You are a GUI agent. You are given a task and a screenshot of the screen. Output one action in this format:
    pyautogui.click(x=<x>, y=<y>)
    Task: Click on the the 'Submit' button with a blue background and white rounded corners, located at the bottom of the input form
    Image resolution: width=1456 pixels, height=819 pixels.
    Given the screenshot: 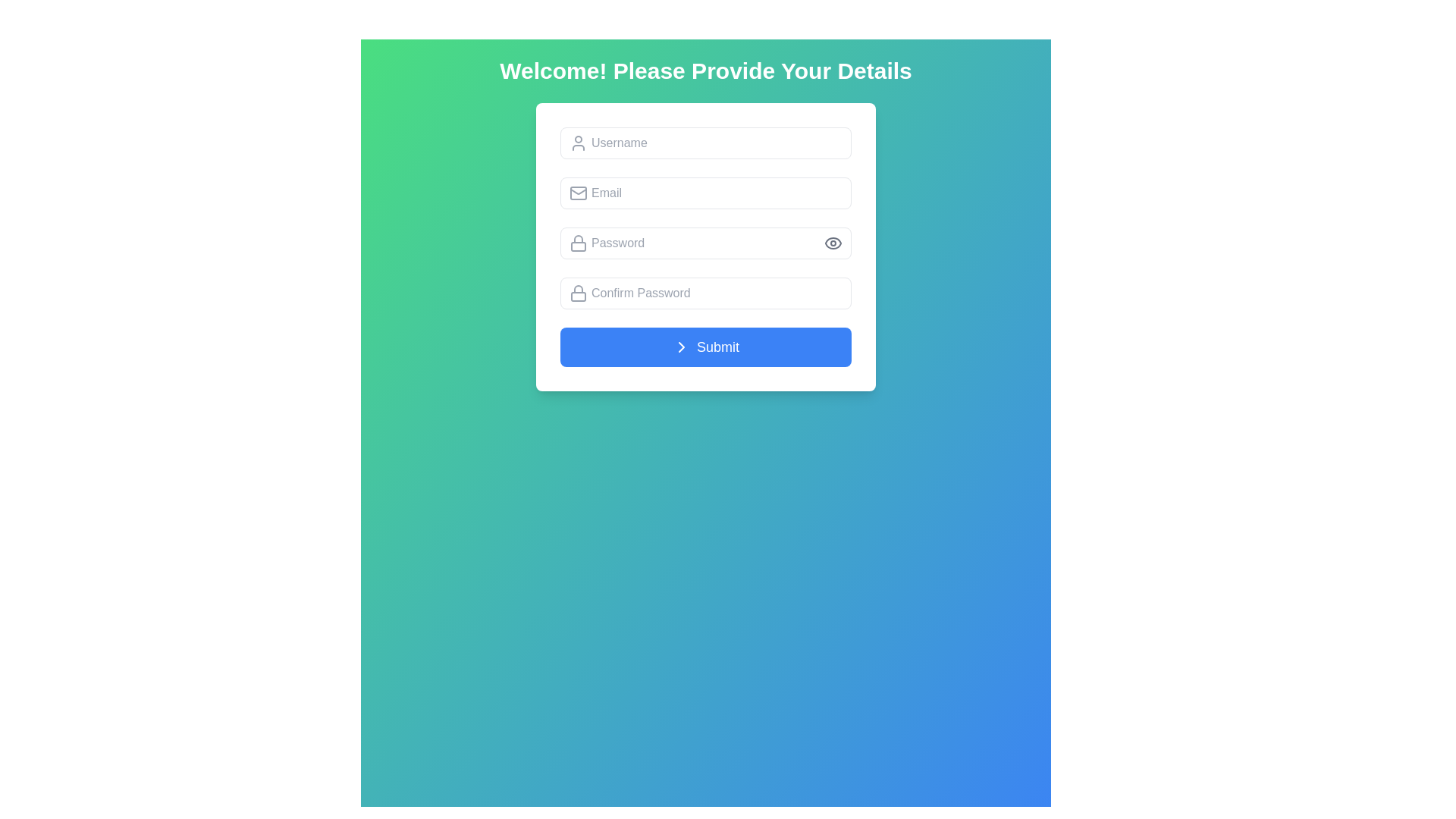 What is the action you would take?
    pyautogui.click(x=705, y=347)
    